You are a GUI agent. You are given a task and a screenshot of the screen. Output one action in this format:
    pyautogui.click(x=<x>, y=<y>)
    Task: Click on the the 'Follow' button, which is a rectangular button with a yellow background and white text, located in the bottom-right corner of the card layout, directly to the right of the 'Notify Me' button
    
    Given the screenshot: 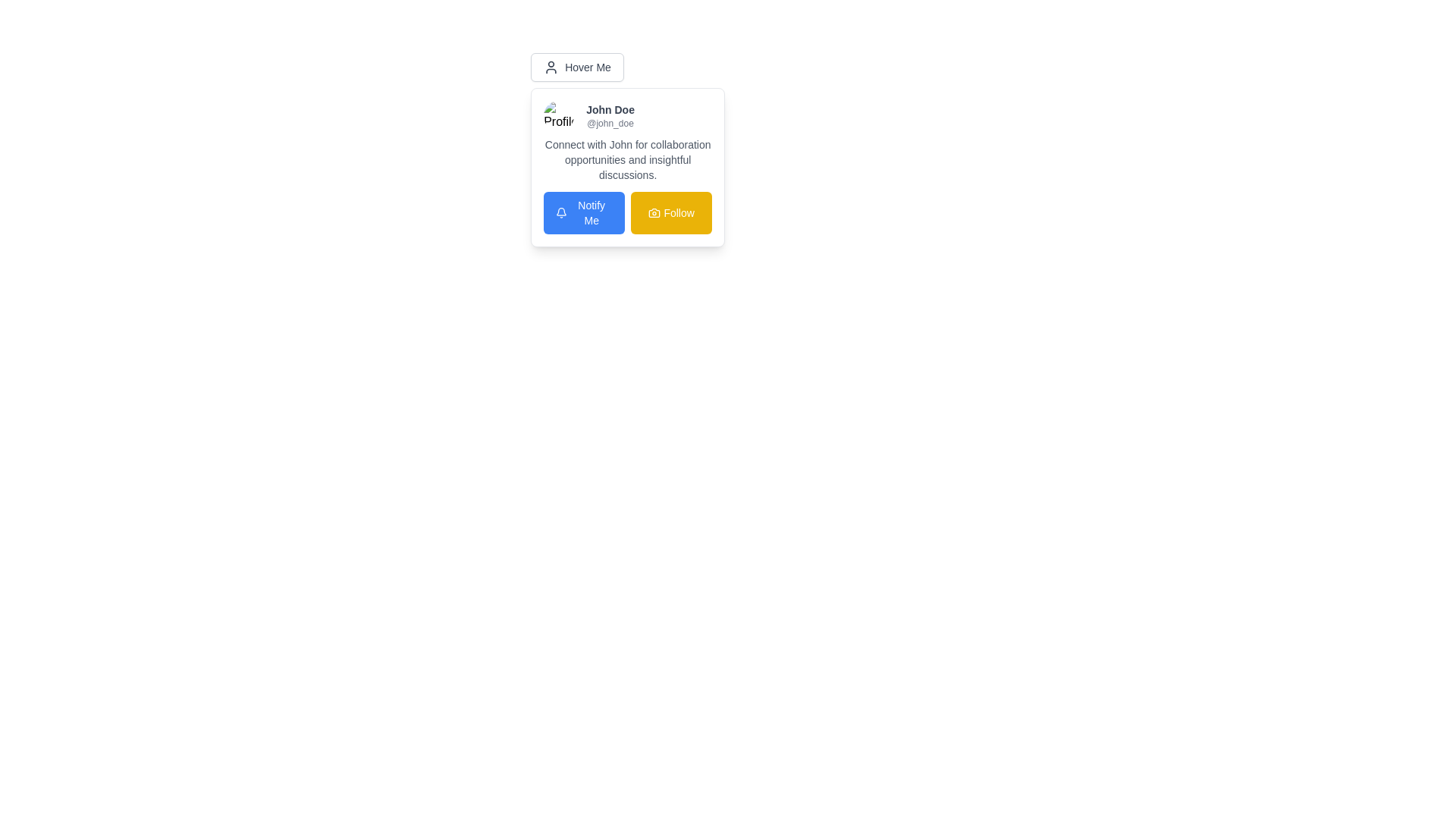 What is the action you would take?
    pyautogui.click(x=670, y=213)
    